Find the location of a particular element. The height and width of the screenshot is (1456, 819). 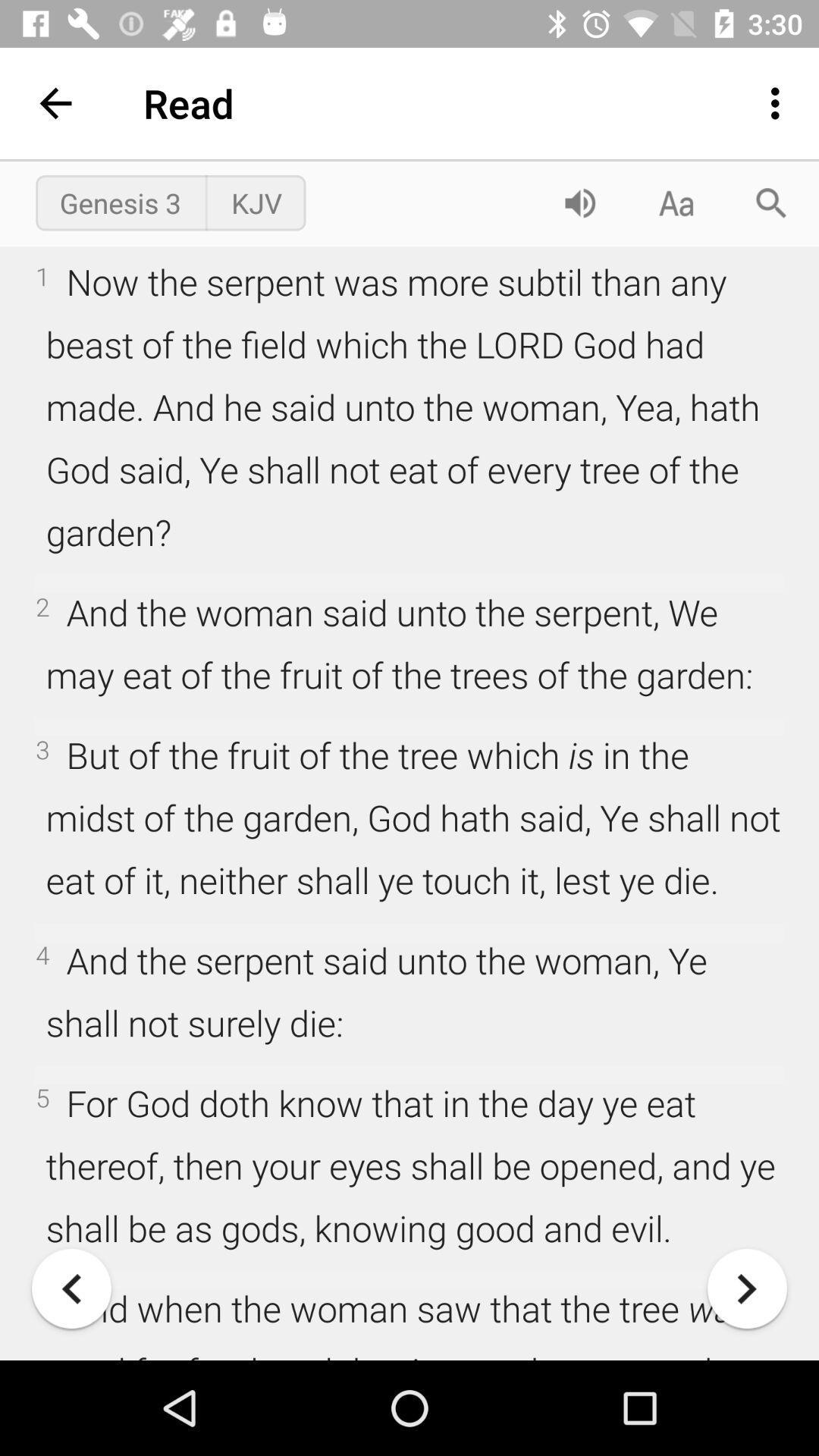

the item above the 1 now the is located at coordinates (771, 202).